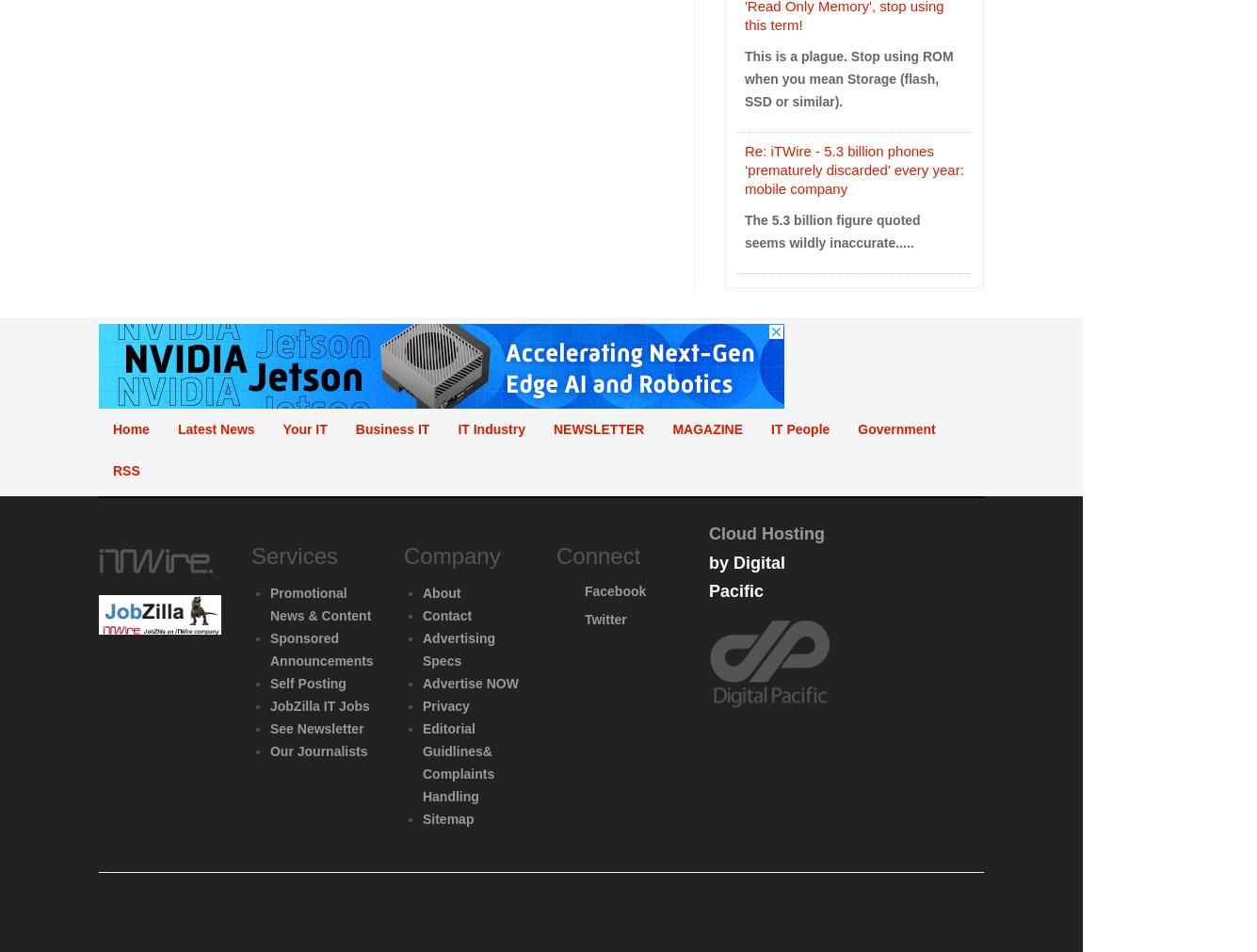 The width and height of the screenshot is (1257, 952). What do you see at coordinates (858, 427) in the screenshot?
I see `'Government'` at bounding box center [858, 427].